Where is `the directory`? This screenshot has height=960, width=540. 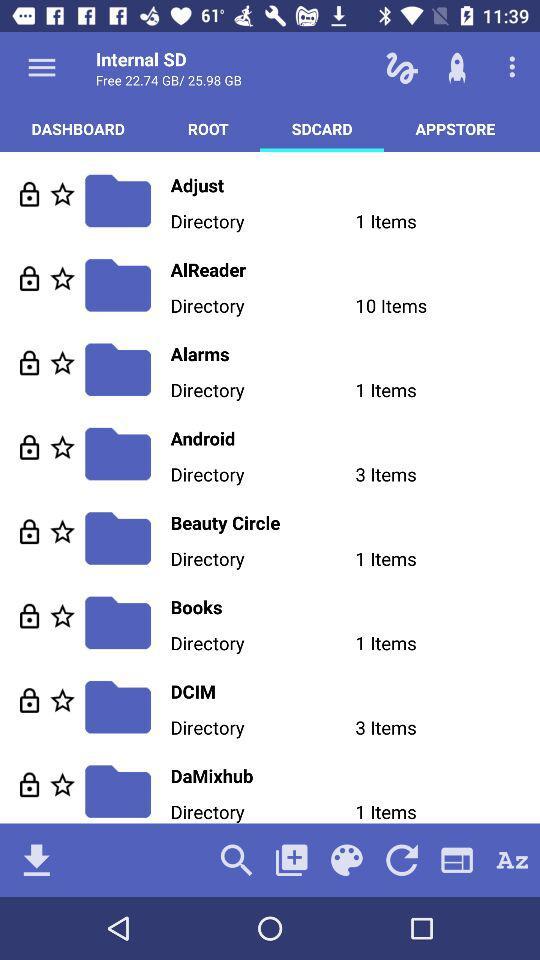
the directory is located at coordinates (62, 615).